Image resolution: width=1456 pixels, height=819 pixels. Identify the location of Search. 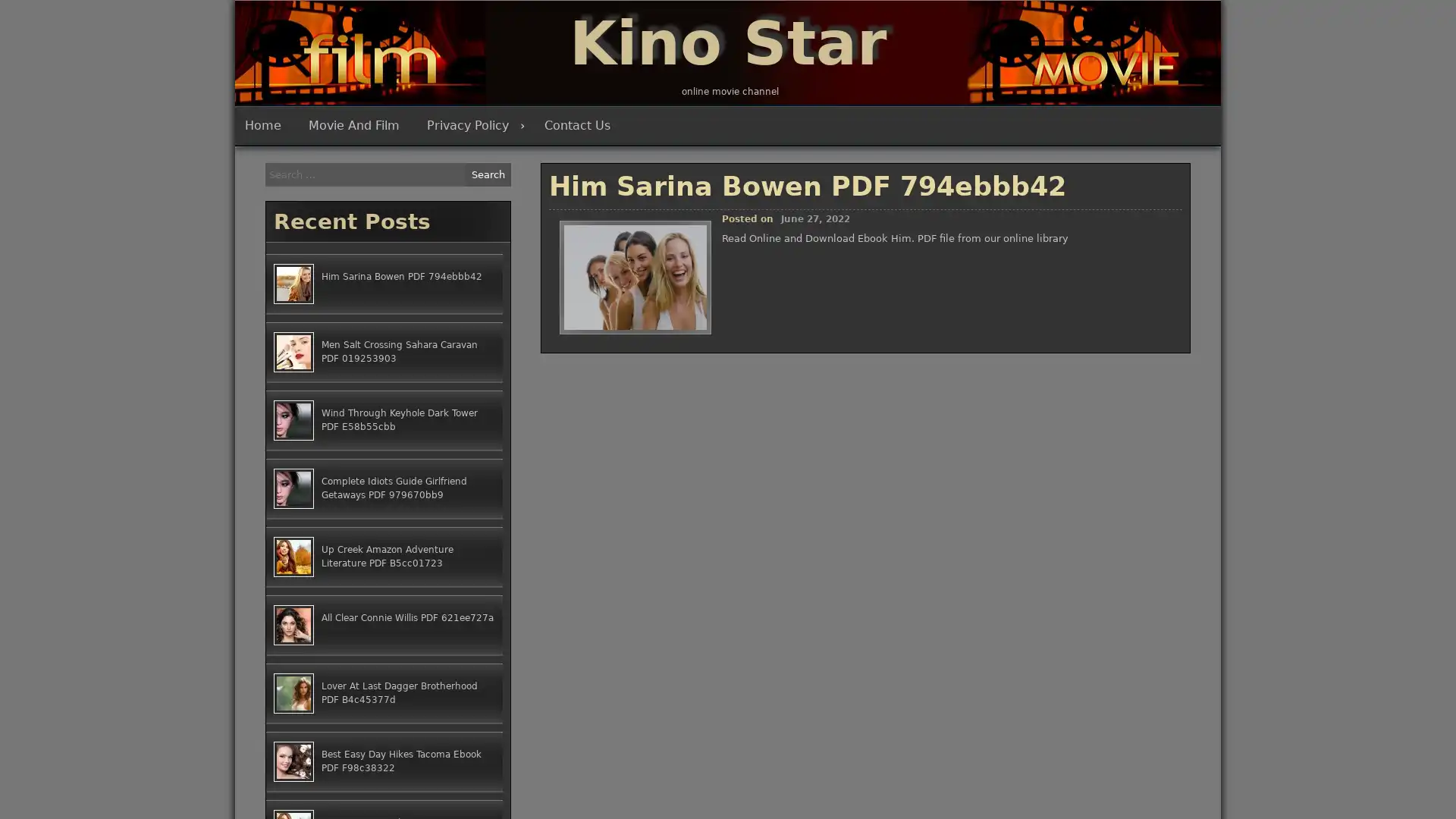
(488, 174).